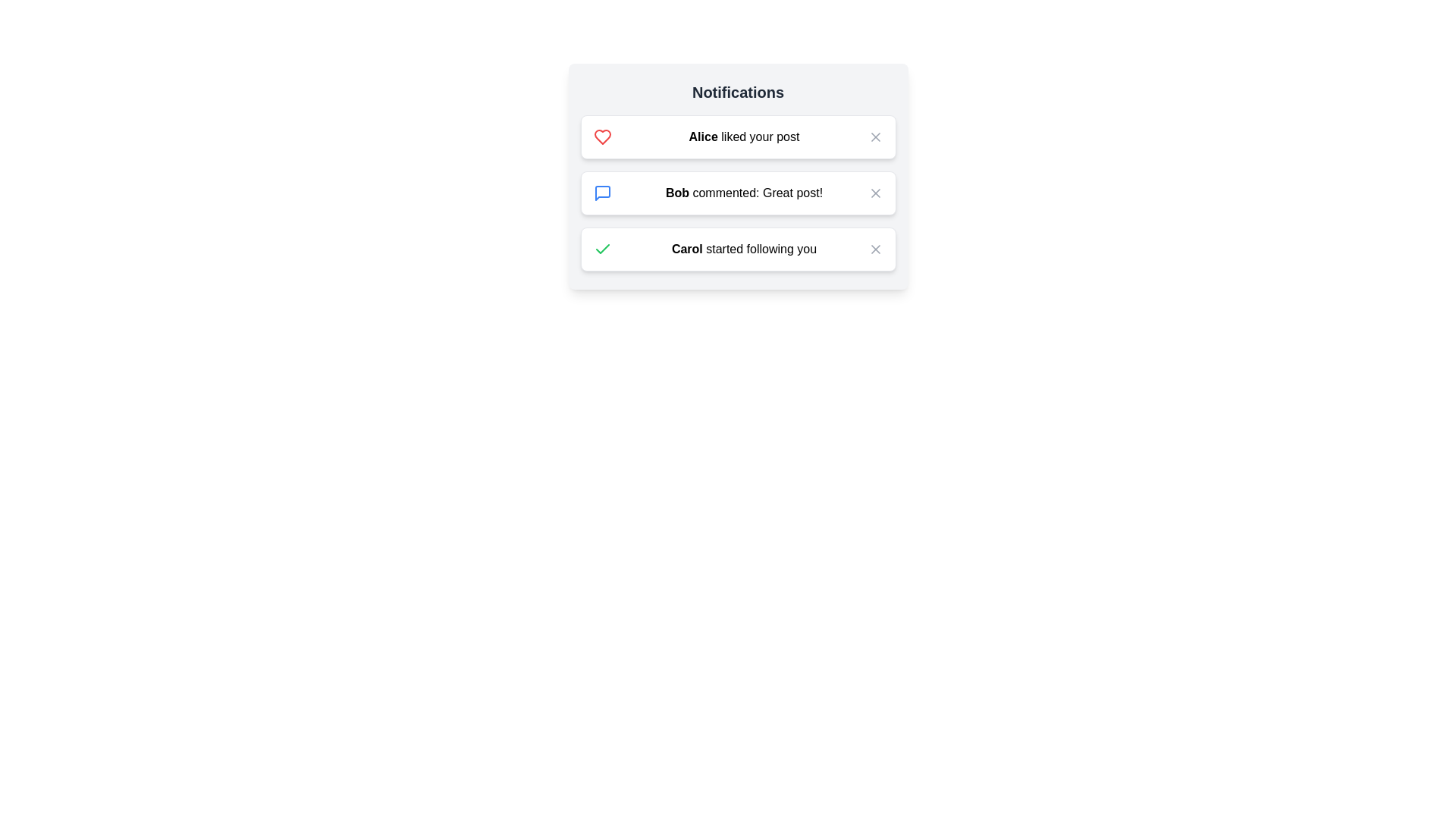 Image resolution: width=1456 pixels, height=819 pixels. I want to click on the dismiss button represented by a light gray 'X' icon at the far-right end of the 'Carol started following you' notification, so click(875, 248).